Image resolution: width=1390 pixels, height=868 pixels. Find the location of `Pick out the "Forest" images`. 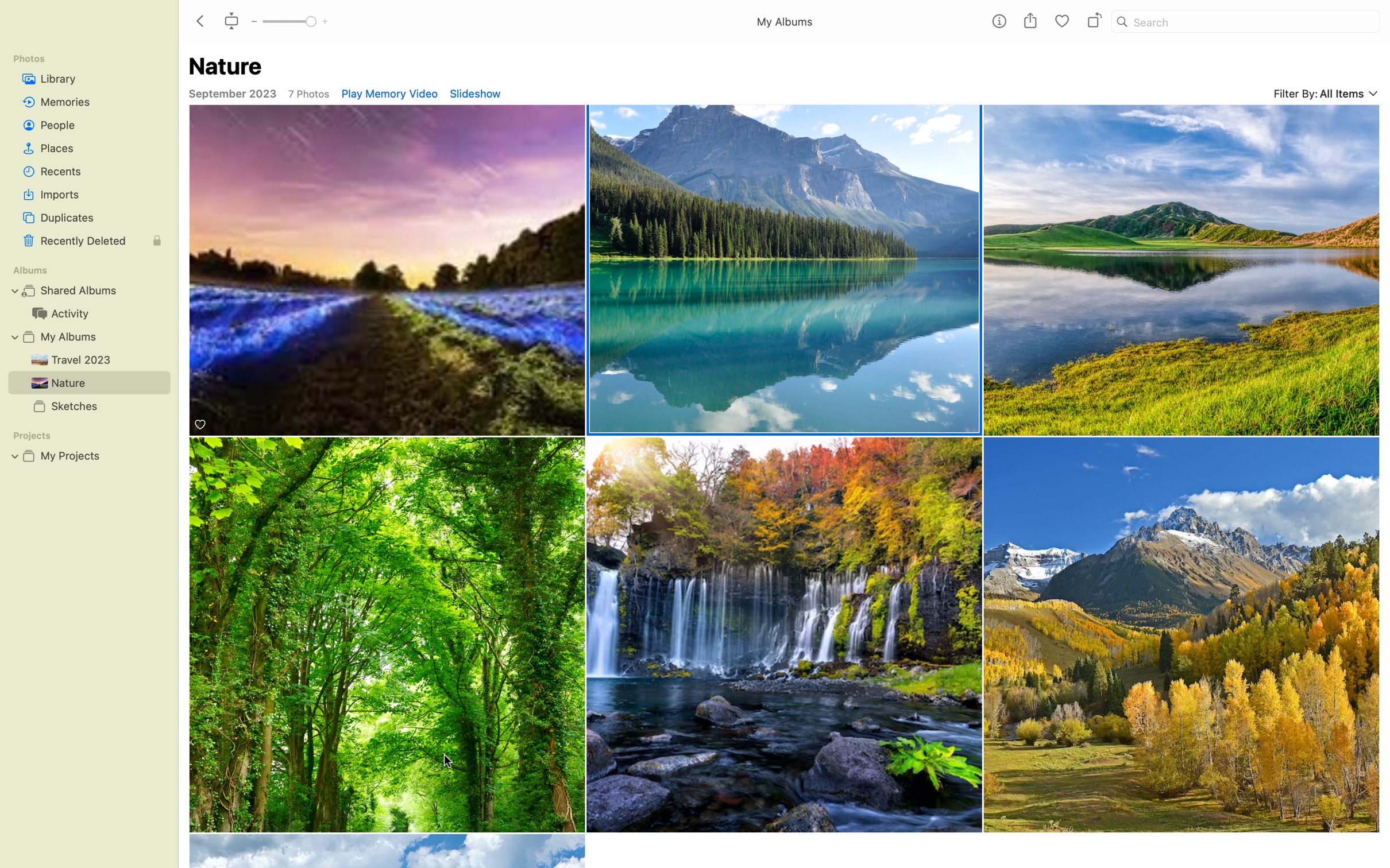

Pick out the "Forest" images is located at coordinates (387, 634).